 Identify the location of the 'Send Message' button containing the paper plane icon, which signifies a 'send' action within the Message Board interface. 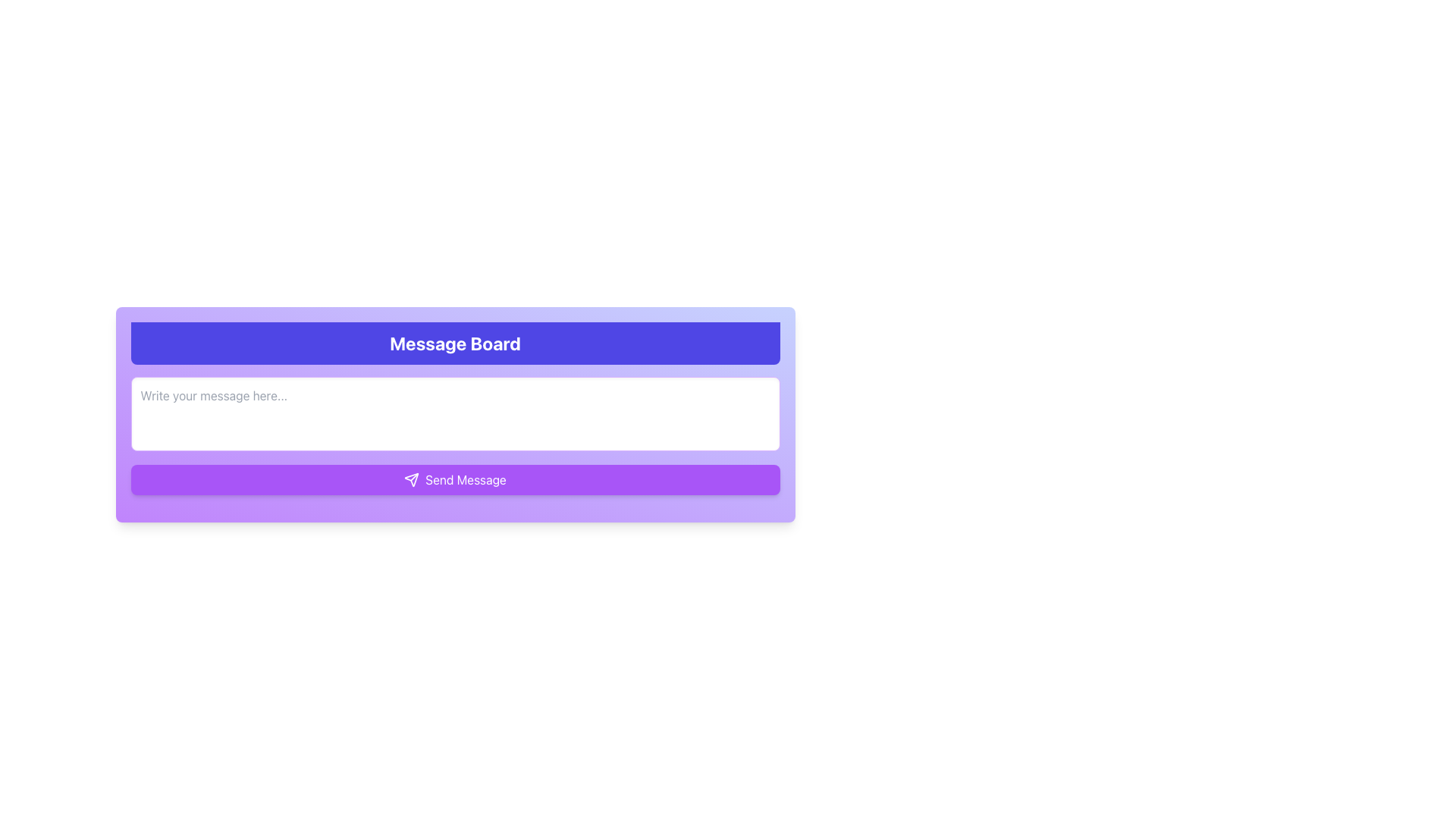
(412, 479).